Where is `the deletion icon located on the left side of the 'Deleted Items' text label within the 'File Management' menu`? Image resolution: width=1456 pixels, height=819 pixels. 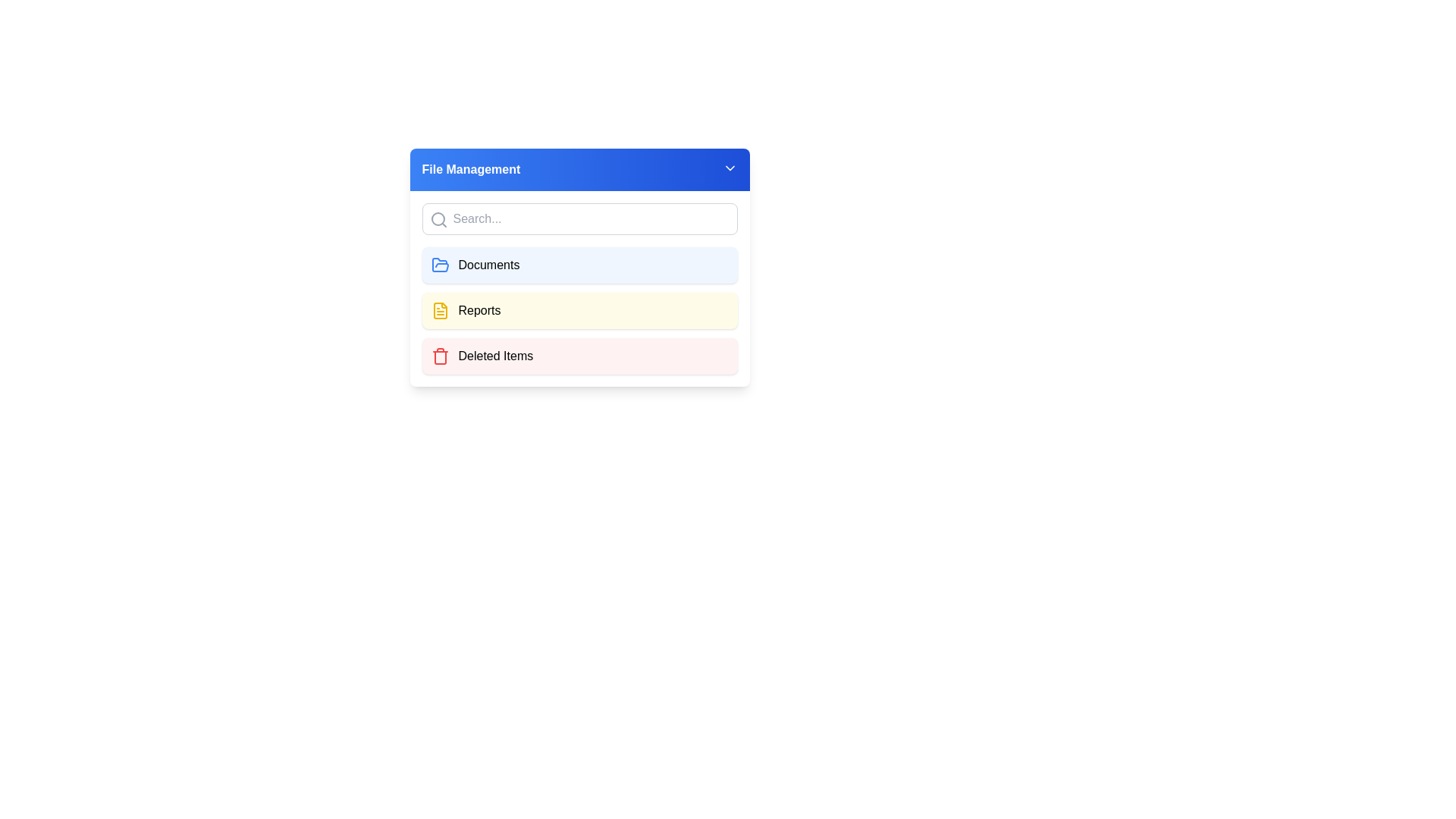
the deletion icon located on the left side of the 'Deleted Items' text label within the 'File Management' menu is located at coordinates (439, 356).